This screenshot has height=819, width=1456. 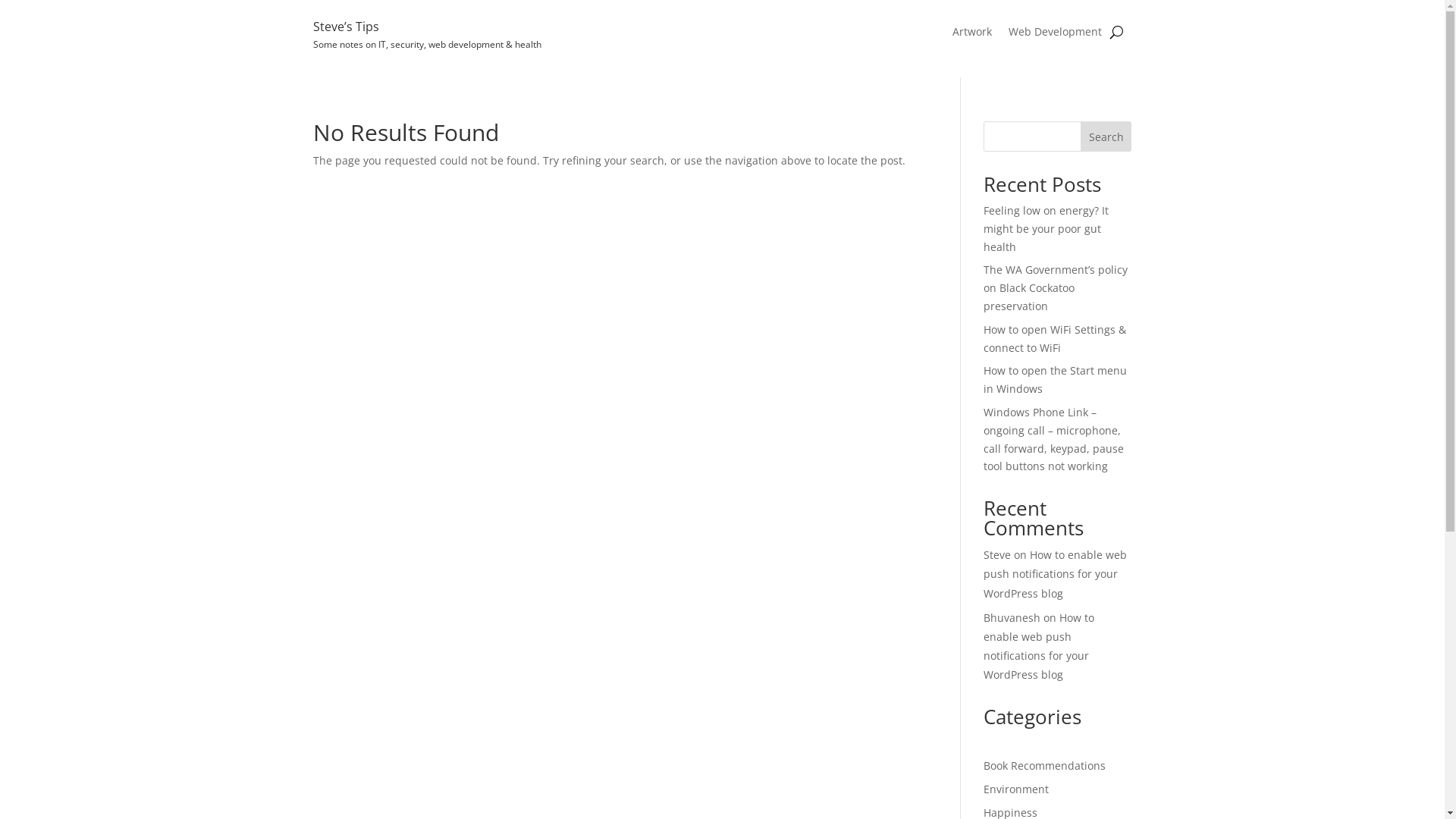 What do you see at coordinates (1012, 617) in the screenshot?
I see `'Bhuvanesh'` at bounding box center [1012, 617].